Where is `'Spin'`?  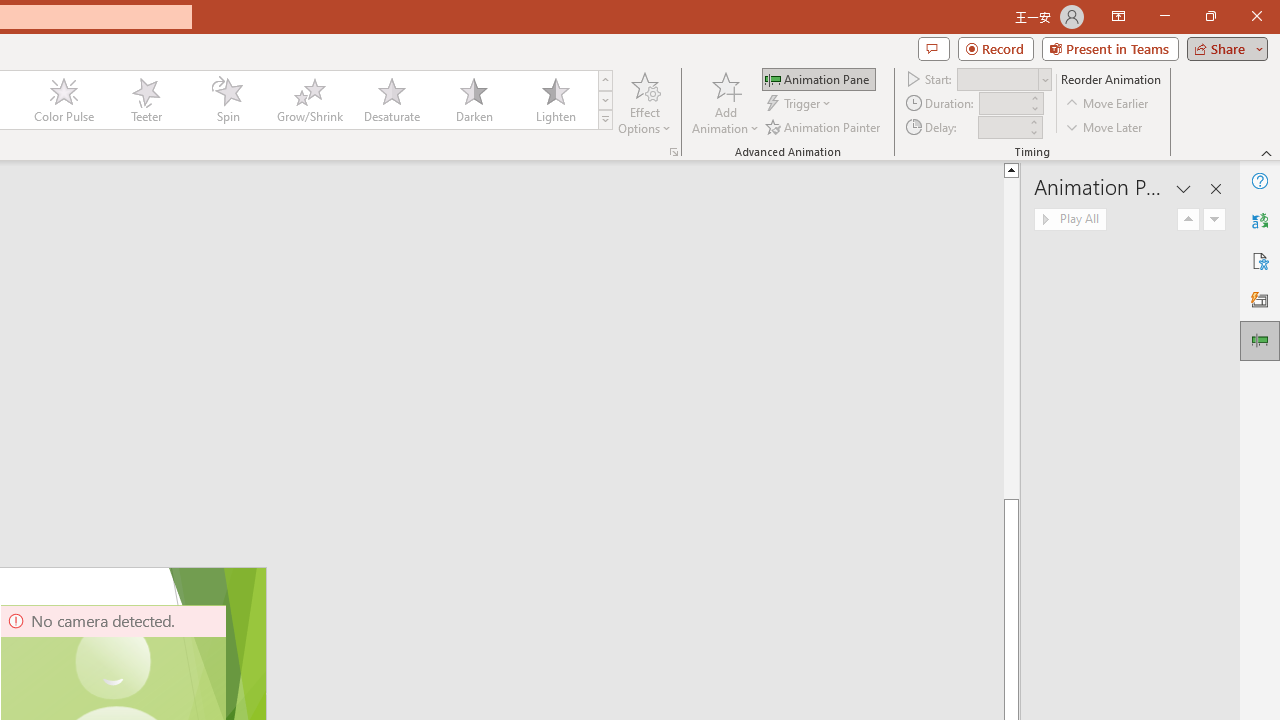 'Spin' is located at coordinates (227, 100).